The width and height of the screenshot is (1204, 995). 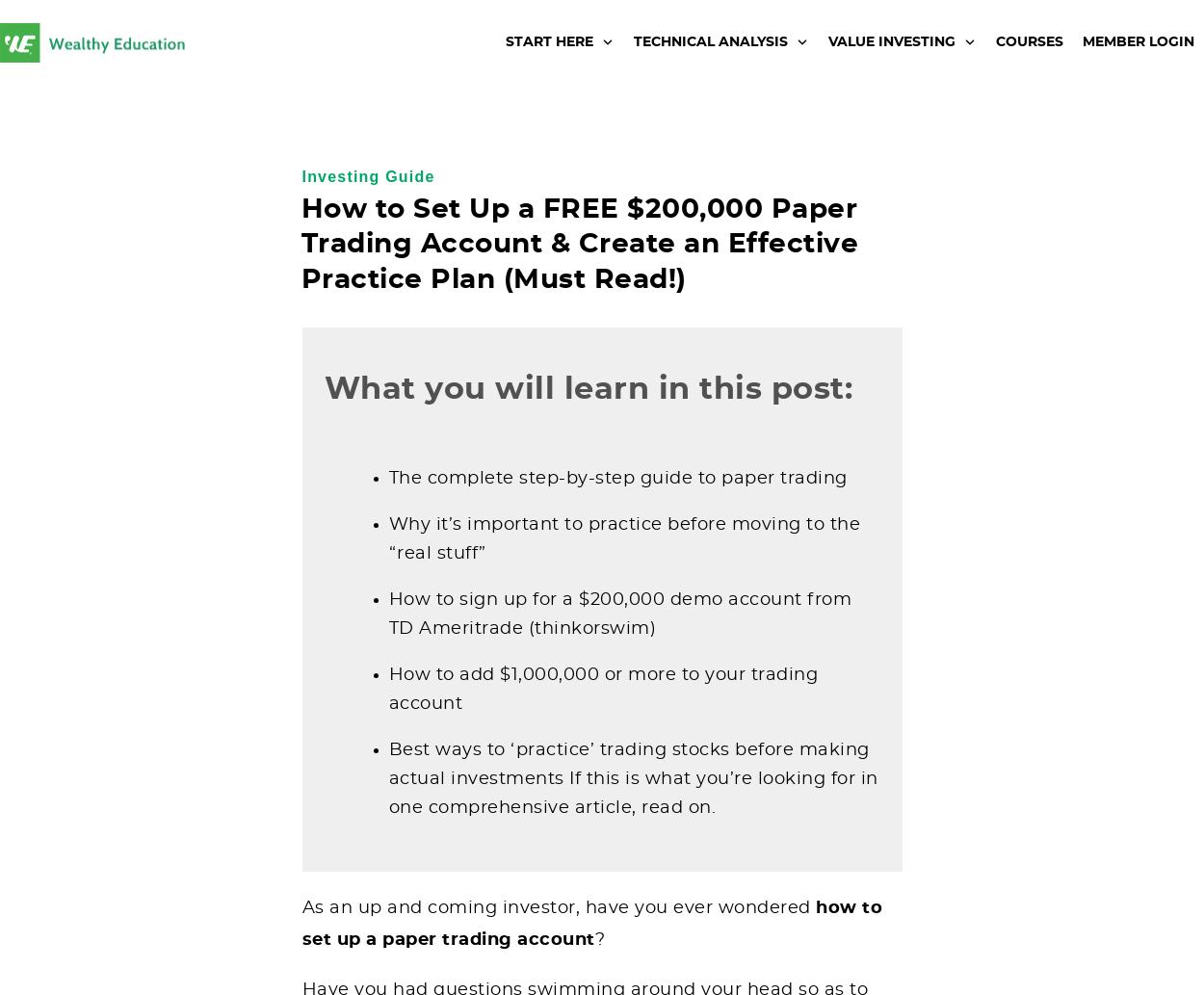 What do you see at coordinates (368, 175) in the screenshot?
I see `'Investing Guide'` at bounding box center [368, 175].